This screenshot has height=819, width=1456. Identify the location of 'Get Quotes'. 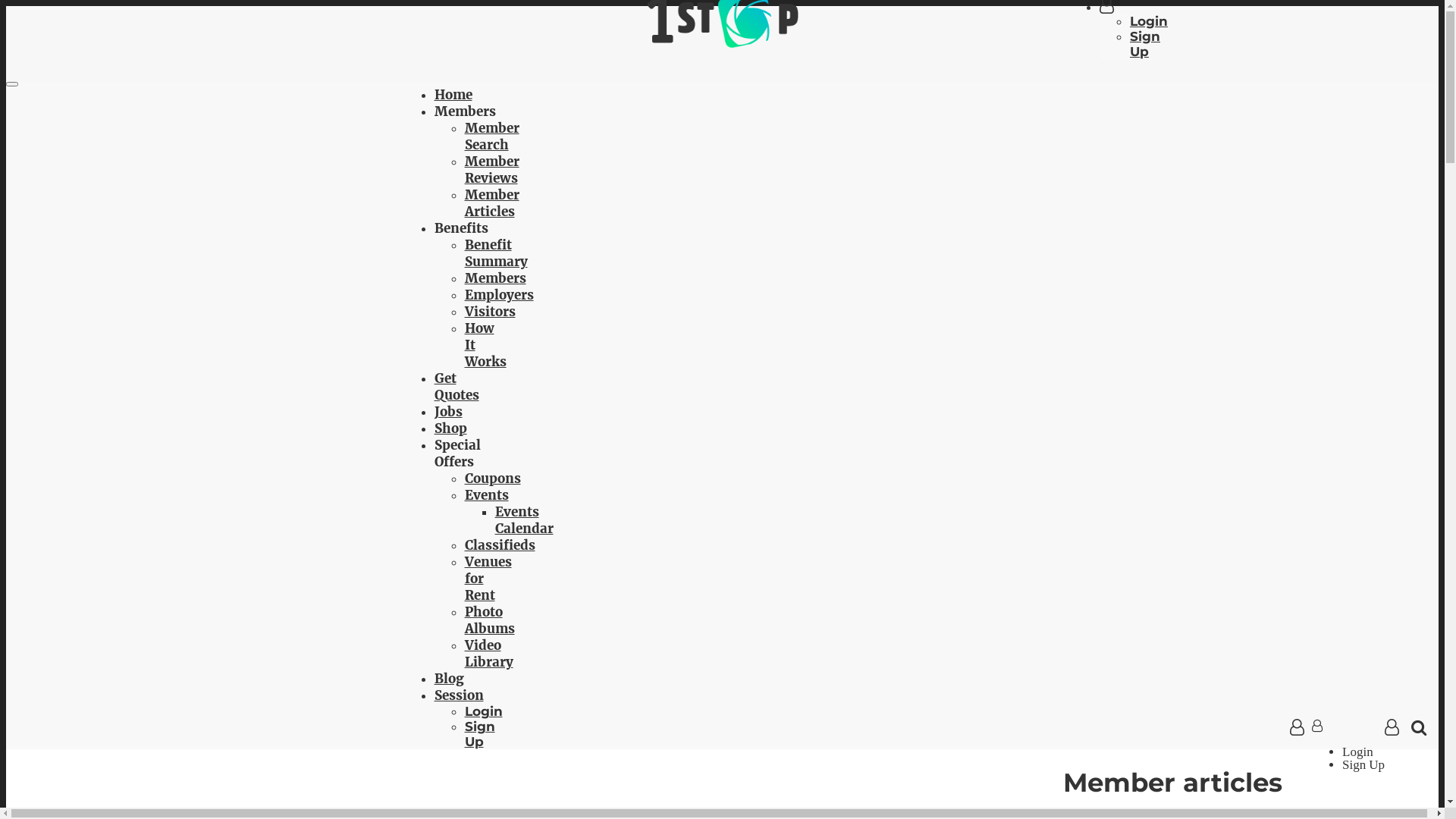
(455, 385).